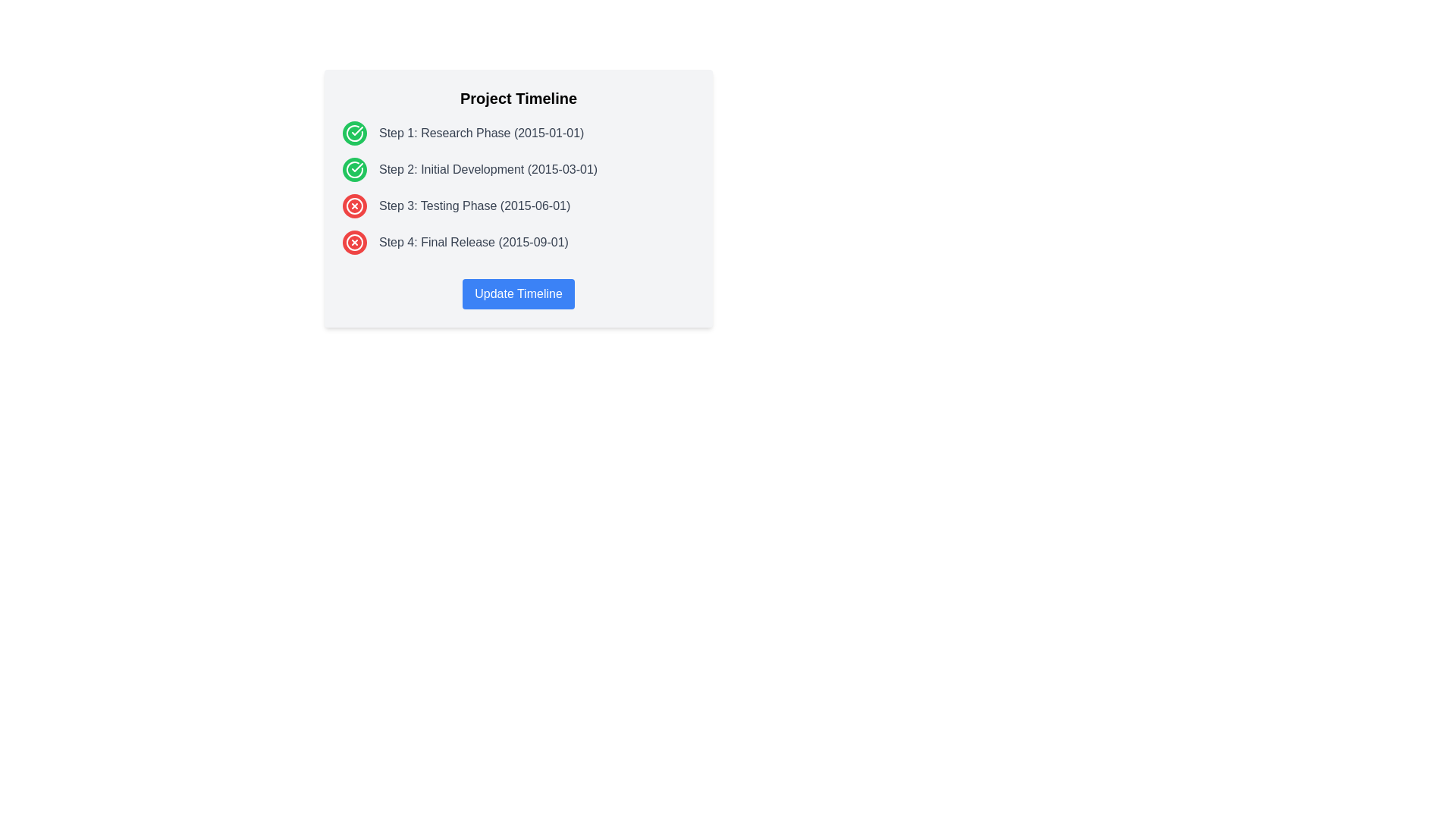 Image resolution: width=1456 pixels, height=819 pixels. What do you see at coordinates (353, 133) in the screenshot?
I see `the SVG-based icon indicating the successful completion of 'Step 1: Research Phase', located next to the text 'Step 1: Research Phase (2015-01-01)'` at bounding box center [353, 133].